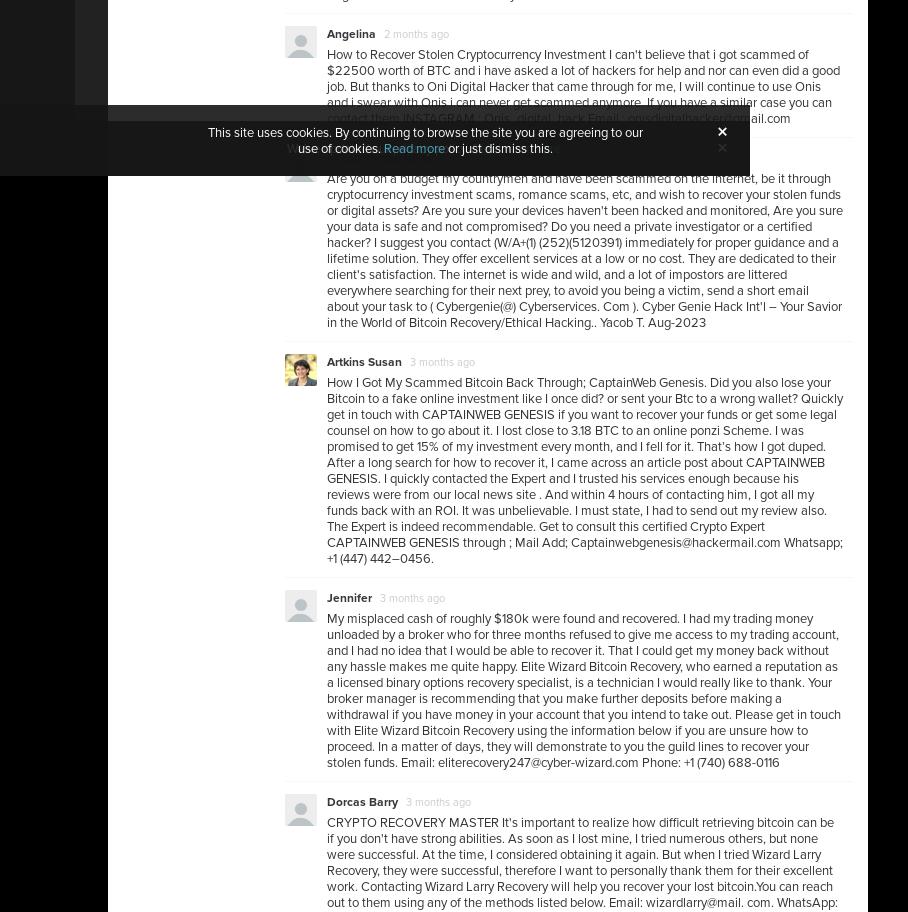 The image size is (908, 912). What do you see at coordinates (585, 470) in the screenshot?
I see `'How I Got My Scammed Bitcoin Back Through; CaptainWeb Genesis.

Did you also lose your Bitcoin to a fake online investment like I once did? or sent your Btc to a wrong wallet? Quickly get in touch with CAPTAINWEB GENESIS if you want to recover your funds or get some legal counsel on how to go about it. I lost close to 3.18 BTC to an online ponzi Scheme. I was promised to get 15% of my investment every month, and I fell for it. That’s how I got duped. After a long search for how to recover it, I came across an article post about CAPTAINWEB GENESIS. I quickly contacted the Expert and I trusted his services enough because his reviews were from our local news site . And within 4 hours of contacting him, I got all my funds back with an ROI. It was unbelievable. I must state, I had to send out my review also. The Expert is indeed recommendable. Get to consult this certified Crypto Expert CAPTAINWEB GENESIS through ;
Mail Add; Captainwebgenesis@hackermail.com
Whatsapp; +1 (447) 442–0456.'` at bounding box center [585, 470].